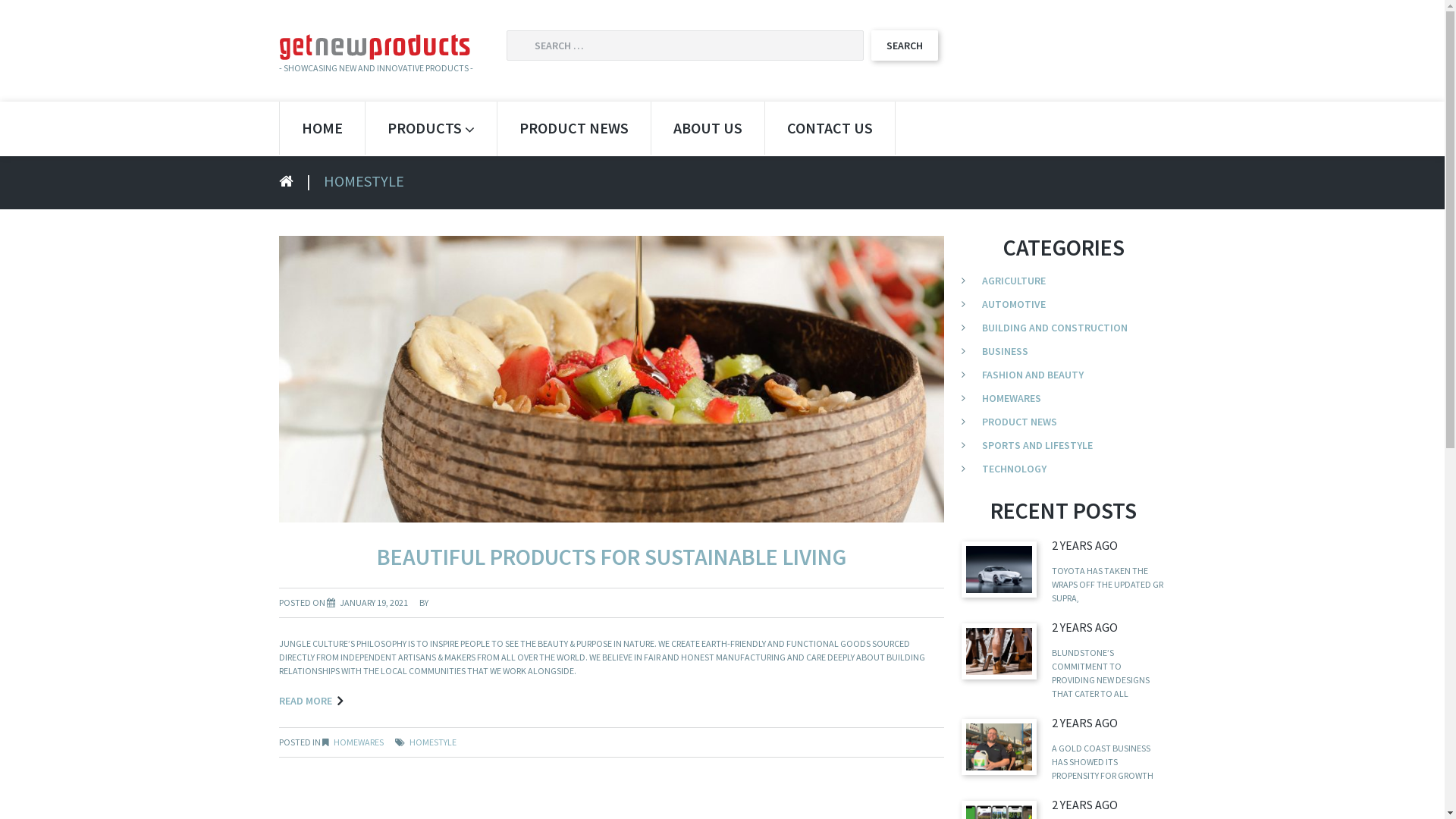  I want to click on 'BUILDING AND CONSTRUCTION', so click(1054, 327).